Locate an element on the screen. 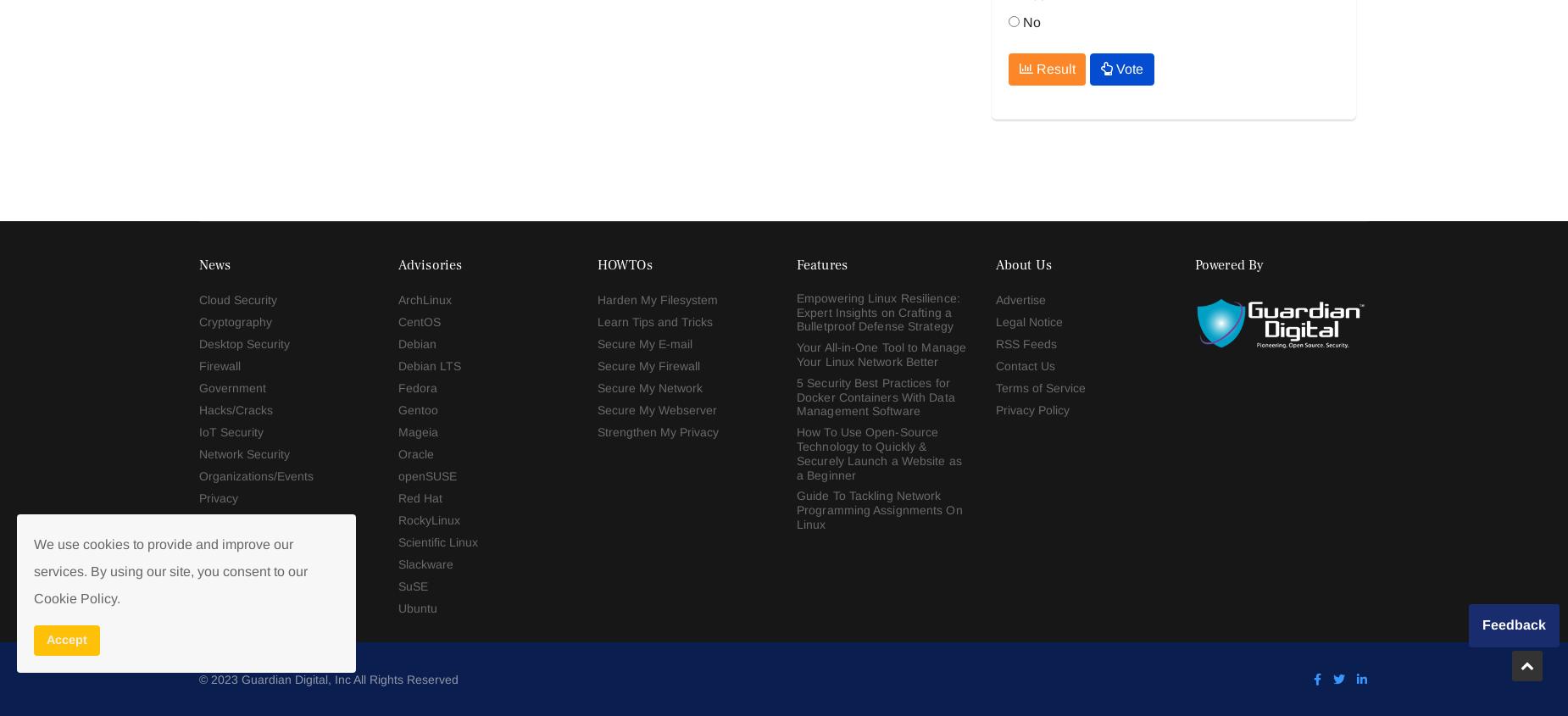  'Slackware' is located at coordinates (425, 136).